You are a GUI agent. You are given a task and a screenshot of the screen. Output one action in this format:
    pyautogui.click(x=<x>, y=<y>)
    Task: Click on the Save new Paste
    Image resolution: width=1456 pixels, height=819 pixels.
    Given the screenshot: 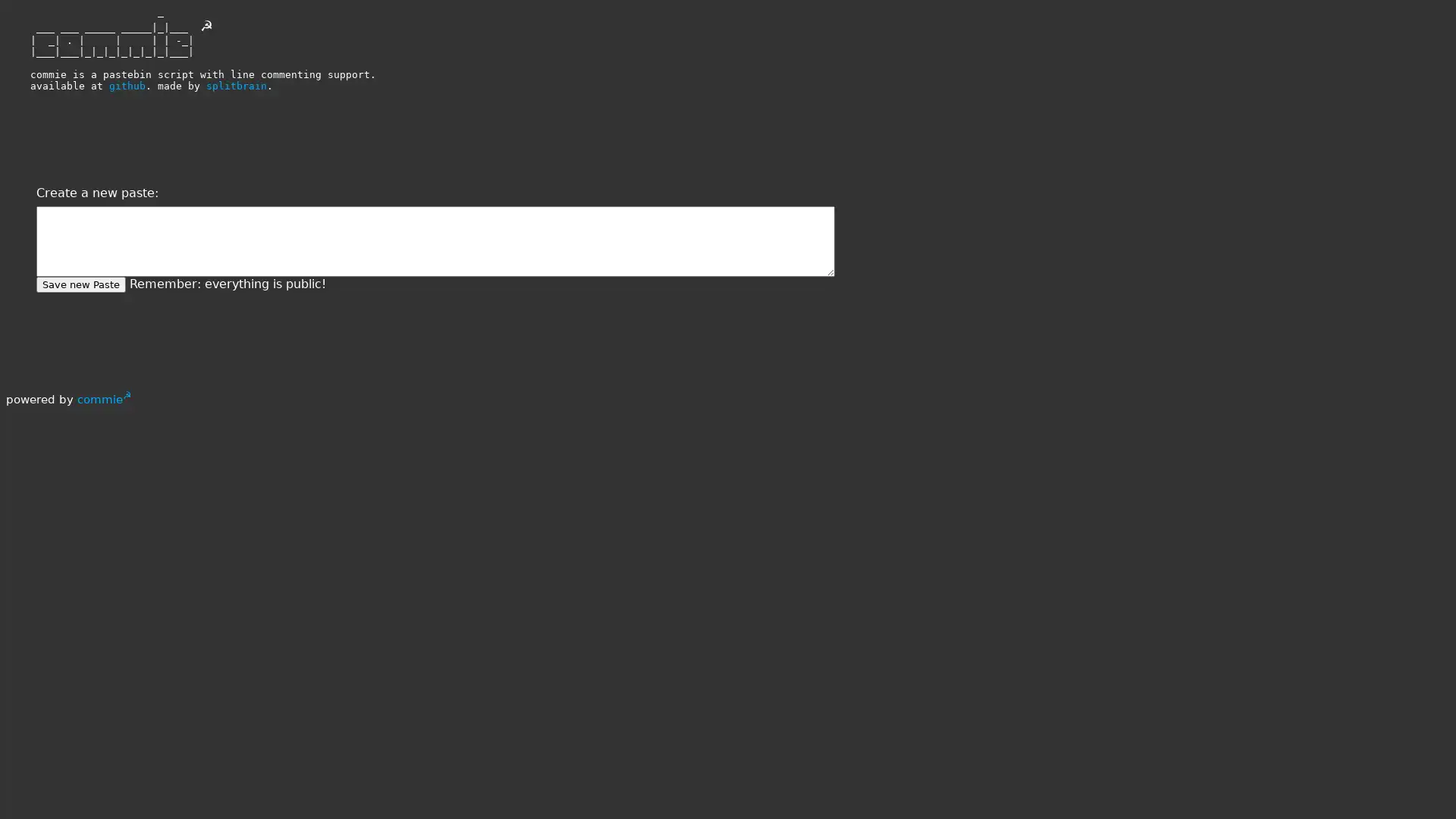 What is the action you would take?
    pyautogui.click(x=80, y=284)
    